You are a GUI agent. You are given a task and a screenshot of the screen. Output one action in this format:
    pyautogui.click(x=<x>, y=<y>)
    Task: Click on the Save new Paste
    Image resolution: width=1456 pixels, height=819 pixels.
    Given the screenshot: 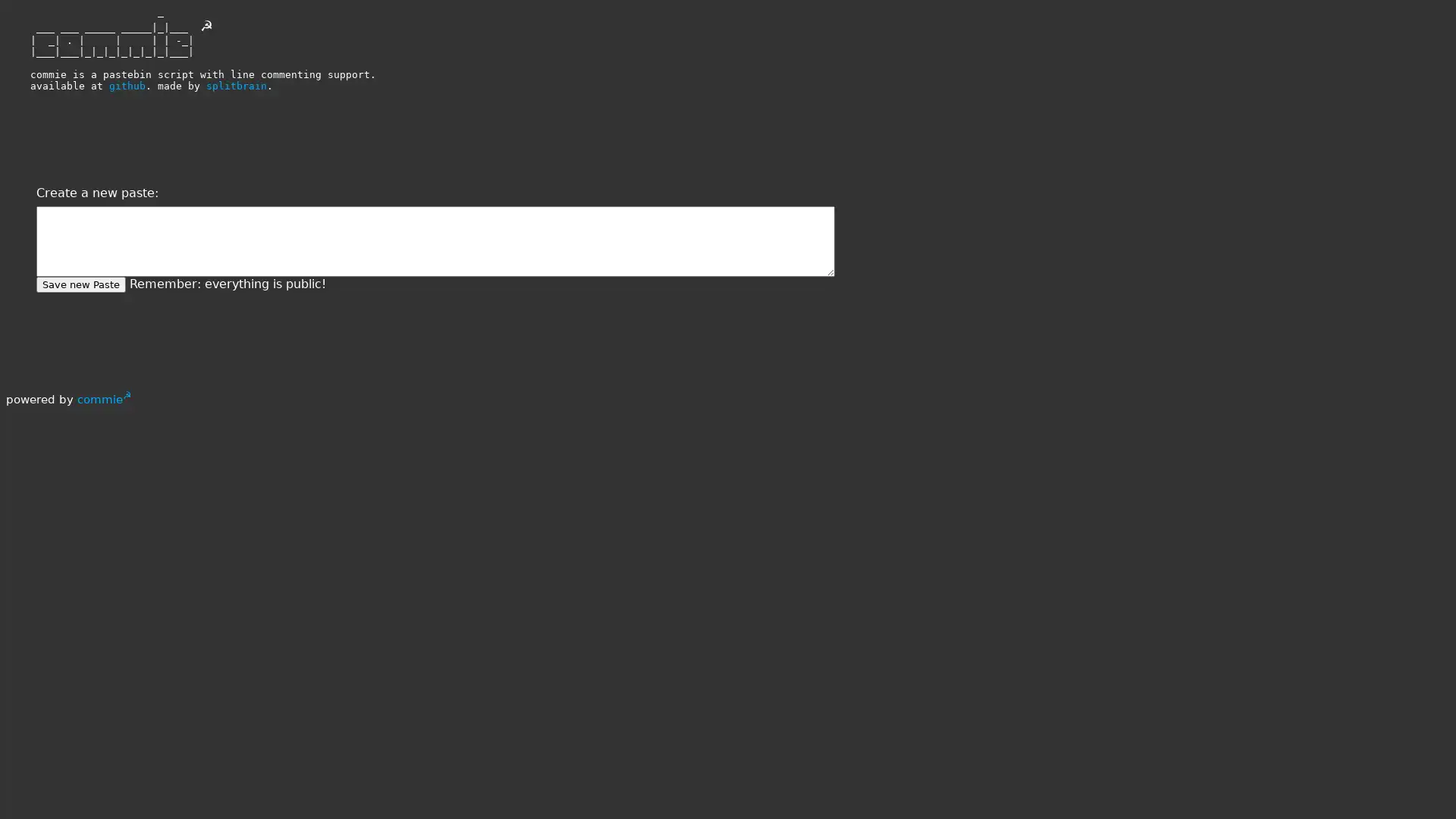 What is the action you would take?
    pyautogui.click(x=80, y=284)
    